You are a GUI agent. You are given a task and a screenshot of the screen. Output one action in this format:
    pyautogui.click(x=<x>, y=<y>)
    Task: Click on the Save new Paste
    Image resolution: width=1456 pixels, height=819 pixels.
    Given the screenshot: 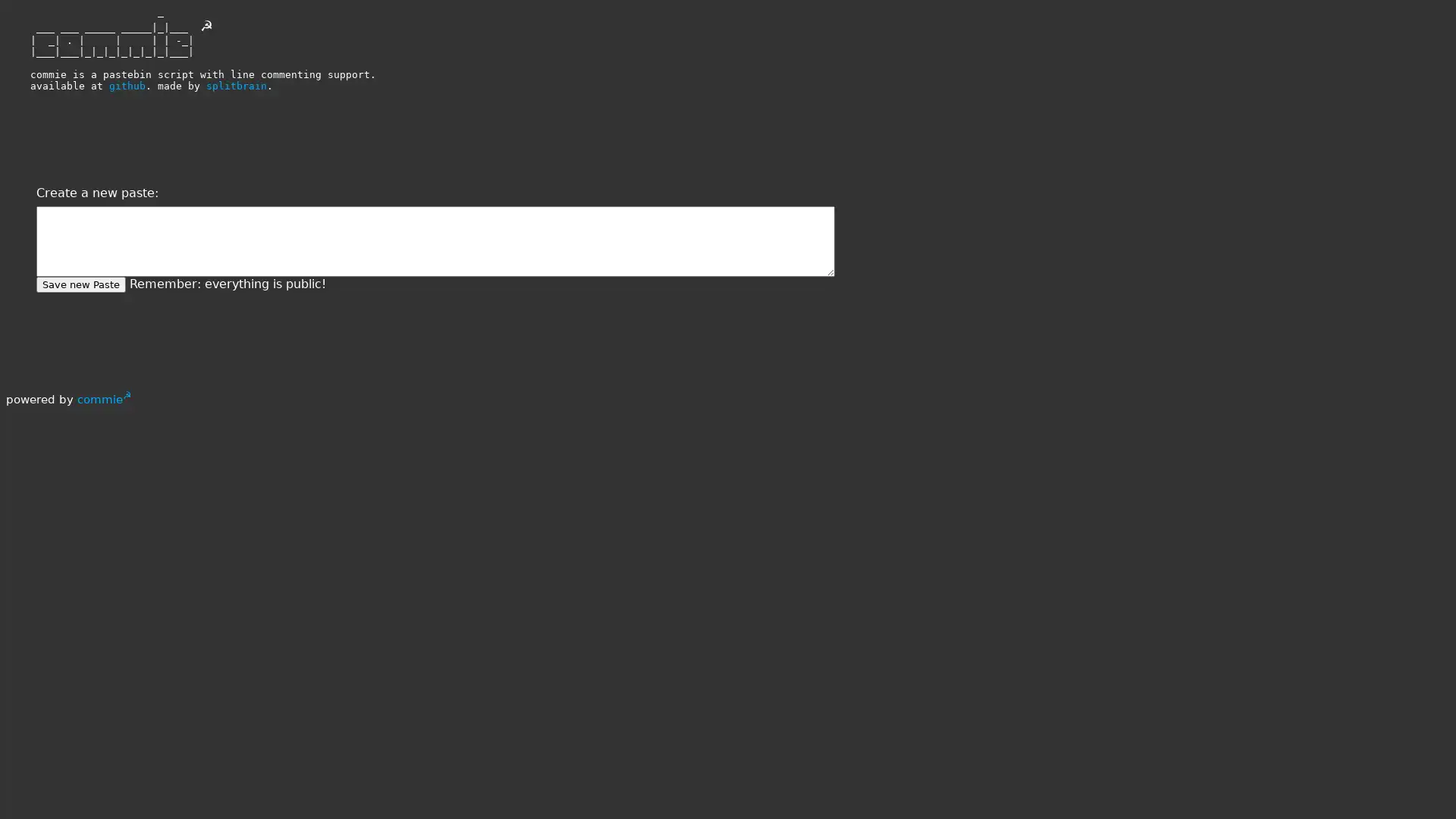 What is the action you would take?
    pyautogui.click(x=80, y=284)
    